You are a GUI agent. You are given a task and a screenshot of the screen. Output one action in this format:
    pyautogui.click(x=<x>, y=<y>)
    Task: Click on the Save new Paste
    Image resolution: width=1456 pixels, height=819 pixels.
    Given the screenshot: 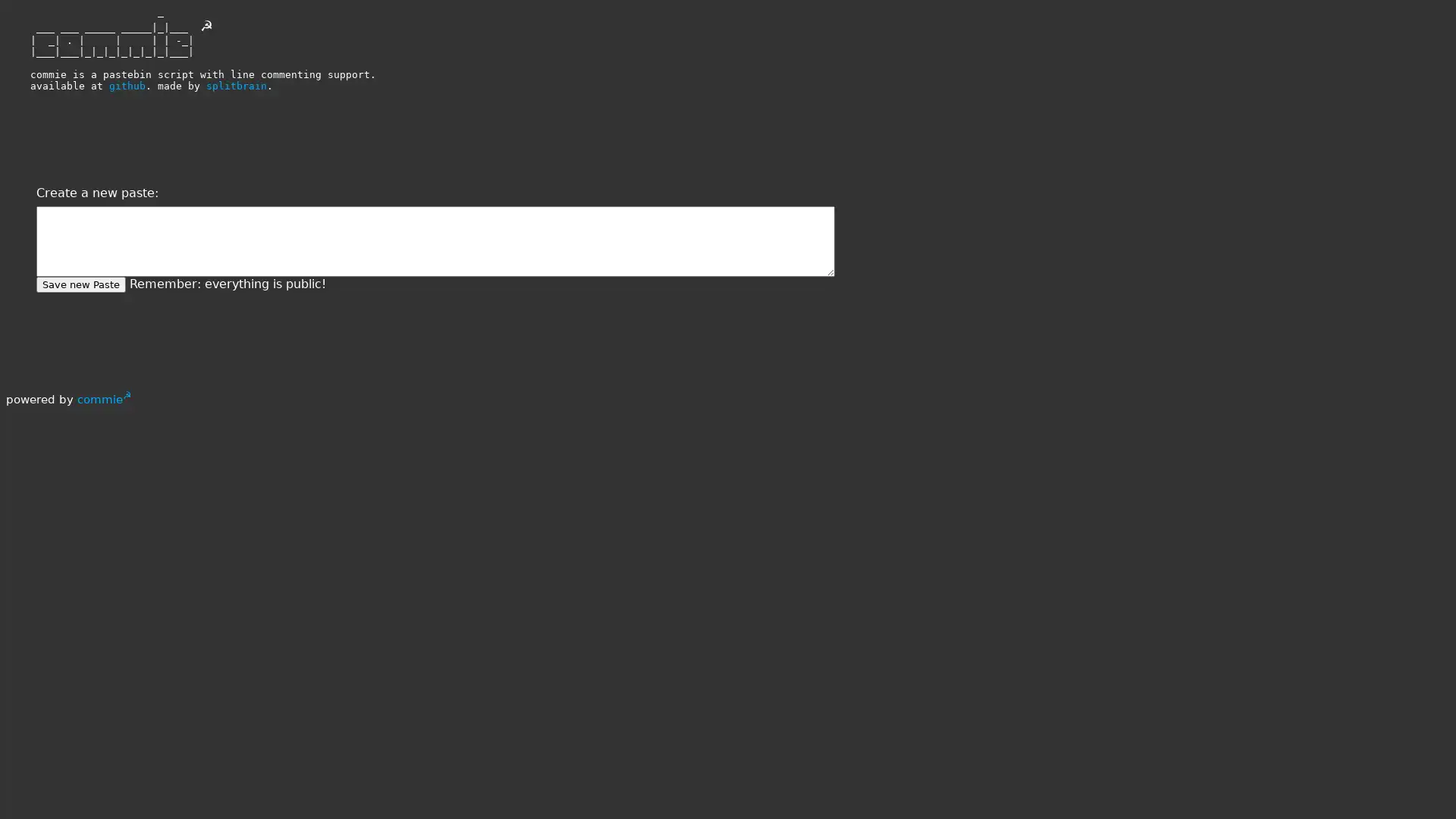 What is the action you would take?
    pyautogui.click(x=80, y=284)
    